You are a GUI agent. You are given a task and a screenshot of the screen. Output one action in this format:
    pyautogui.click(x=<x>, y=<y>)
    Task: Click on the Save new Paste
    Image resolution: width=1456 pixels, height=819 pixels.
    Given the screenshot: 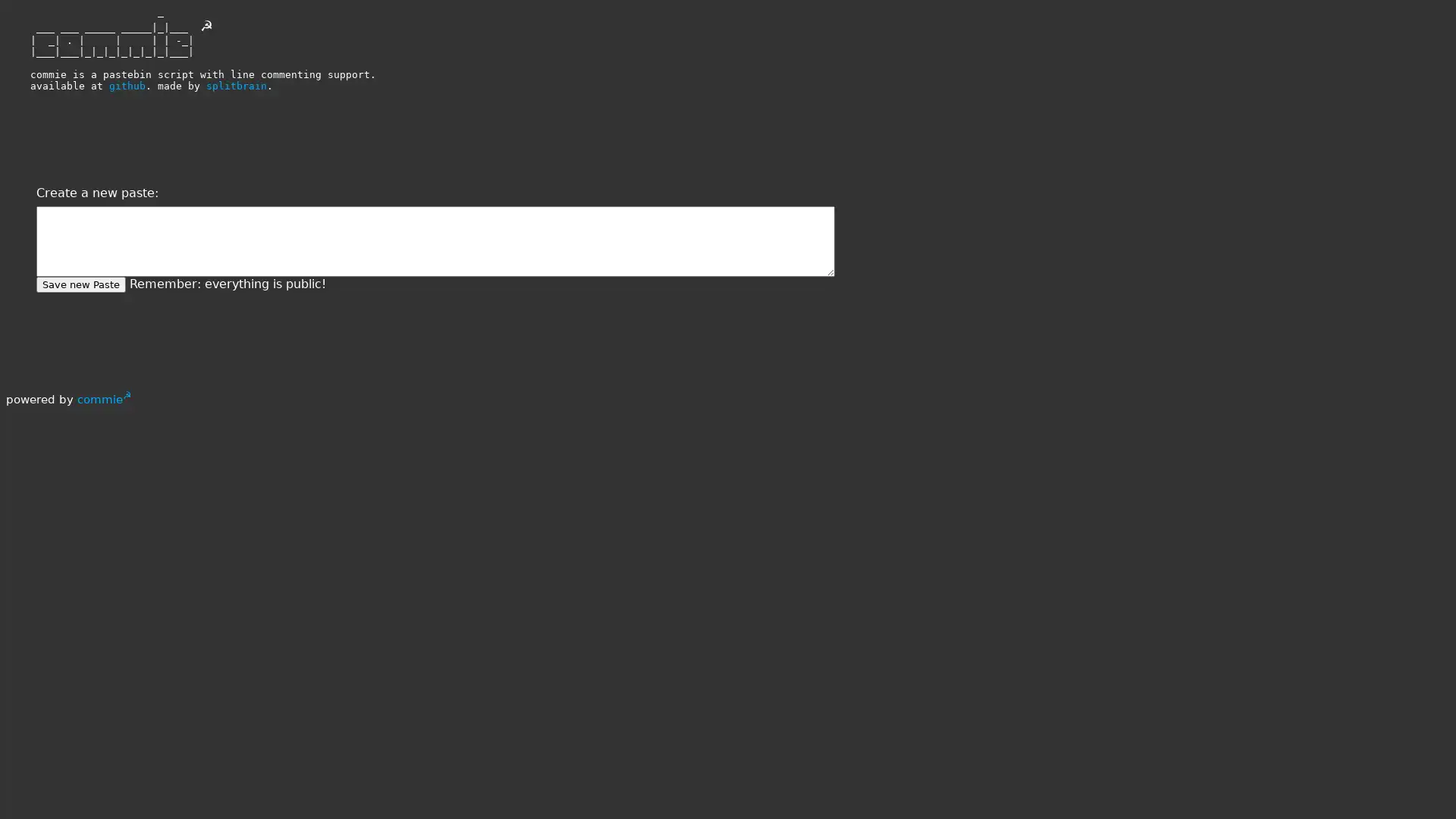 What is the action you would take?
    pyautogui.click(x=80, y=284)
    